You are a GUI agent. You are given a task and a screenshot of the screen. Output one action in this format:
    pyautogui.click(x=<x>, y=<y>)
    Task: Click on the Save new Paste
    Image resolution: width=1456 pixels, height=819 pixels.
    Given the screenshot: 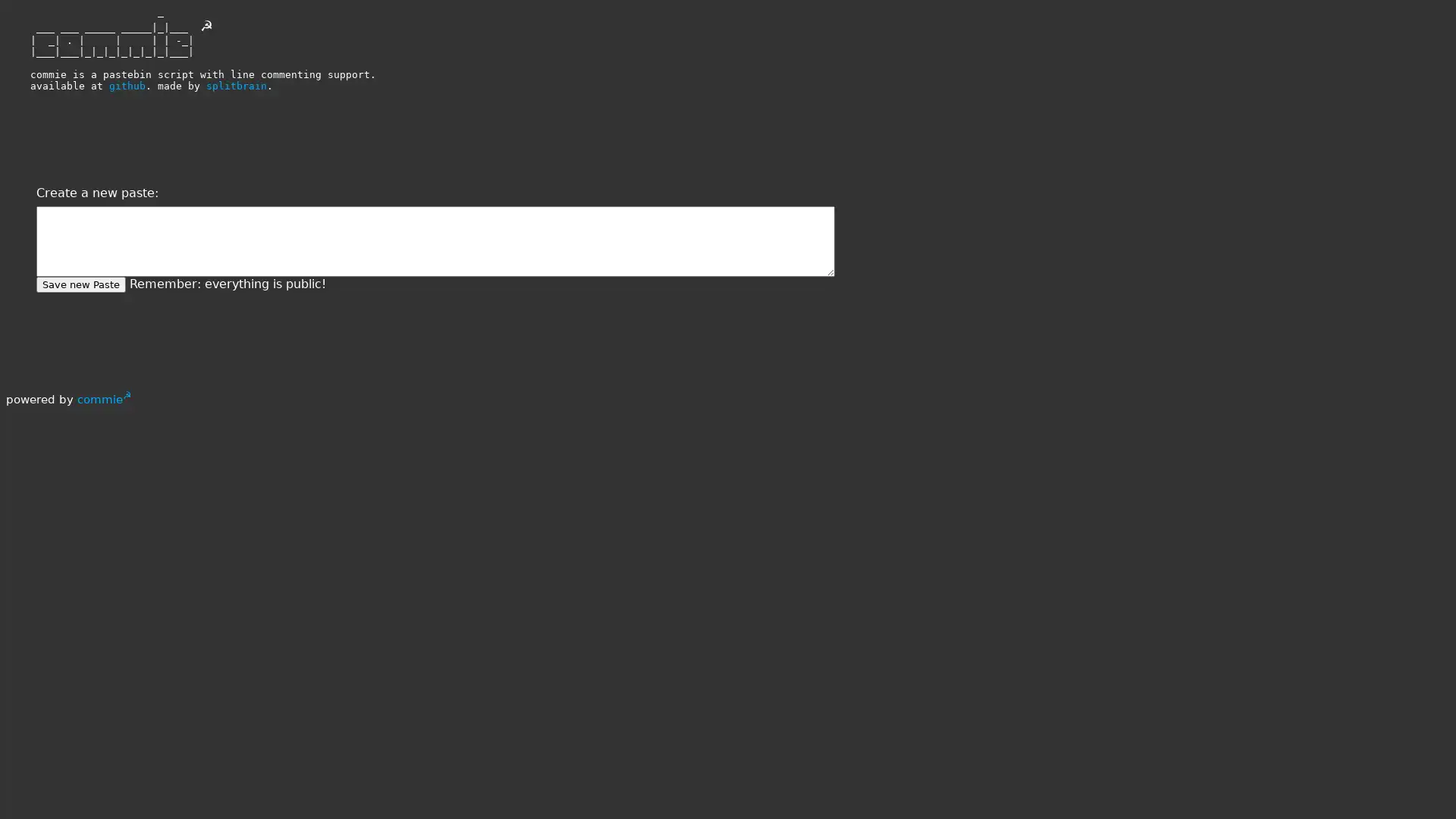 What is the action you would take?
    pyautogui.click(x=80, y=284)
    